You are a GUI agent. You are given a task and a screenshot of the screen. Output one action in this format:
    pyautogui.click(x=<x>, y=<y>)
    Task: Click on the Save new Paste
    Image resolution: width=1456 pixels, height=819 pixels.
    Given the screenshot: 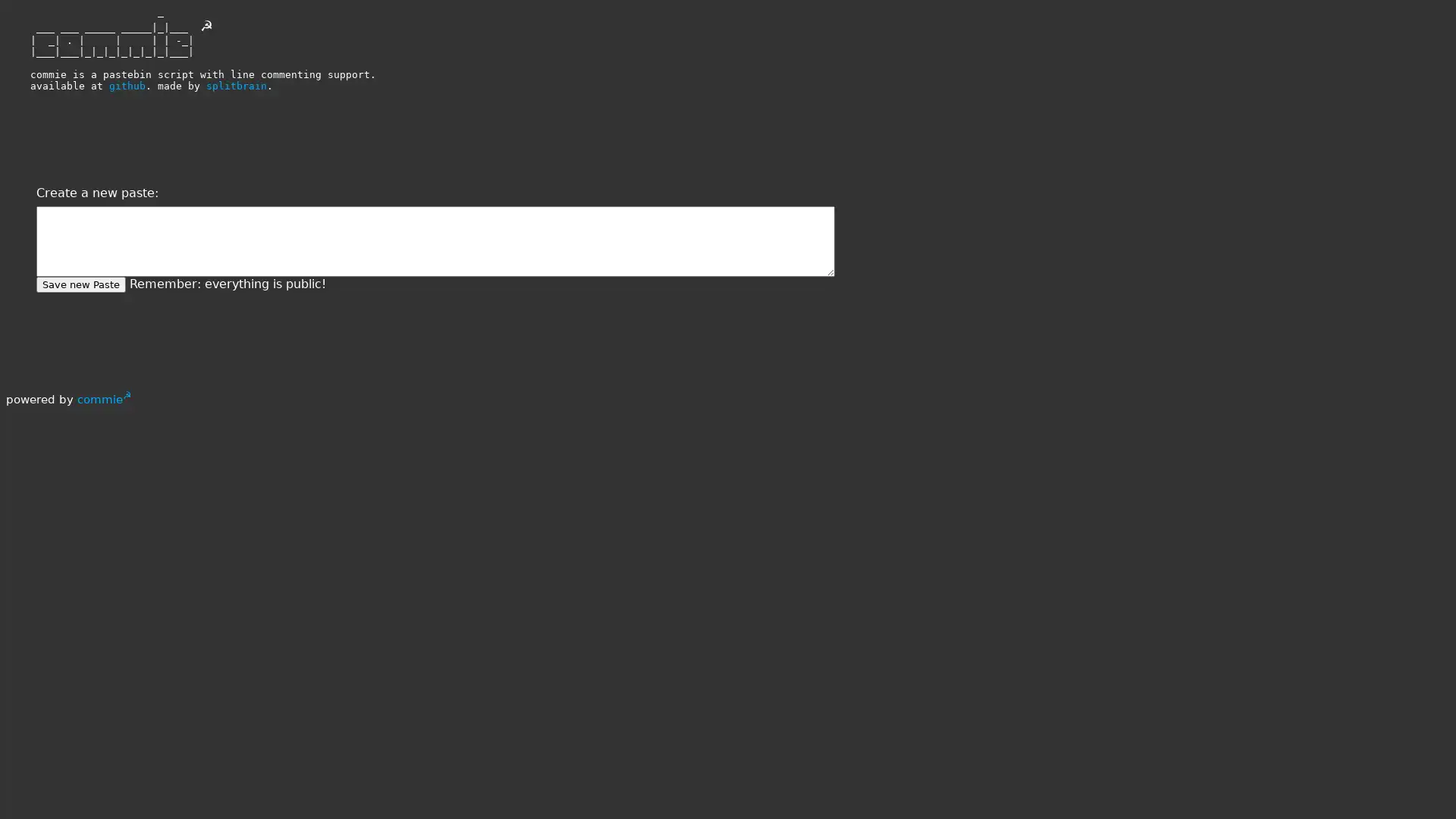 What is the action you would take?
    pyautogui.click(x=80, y=284)
    